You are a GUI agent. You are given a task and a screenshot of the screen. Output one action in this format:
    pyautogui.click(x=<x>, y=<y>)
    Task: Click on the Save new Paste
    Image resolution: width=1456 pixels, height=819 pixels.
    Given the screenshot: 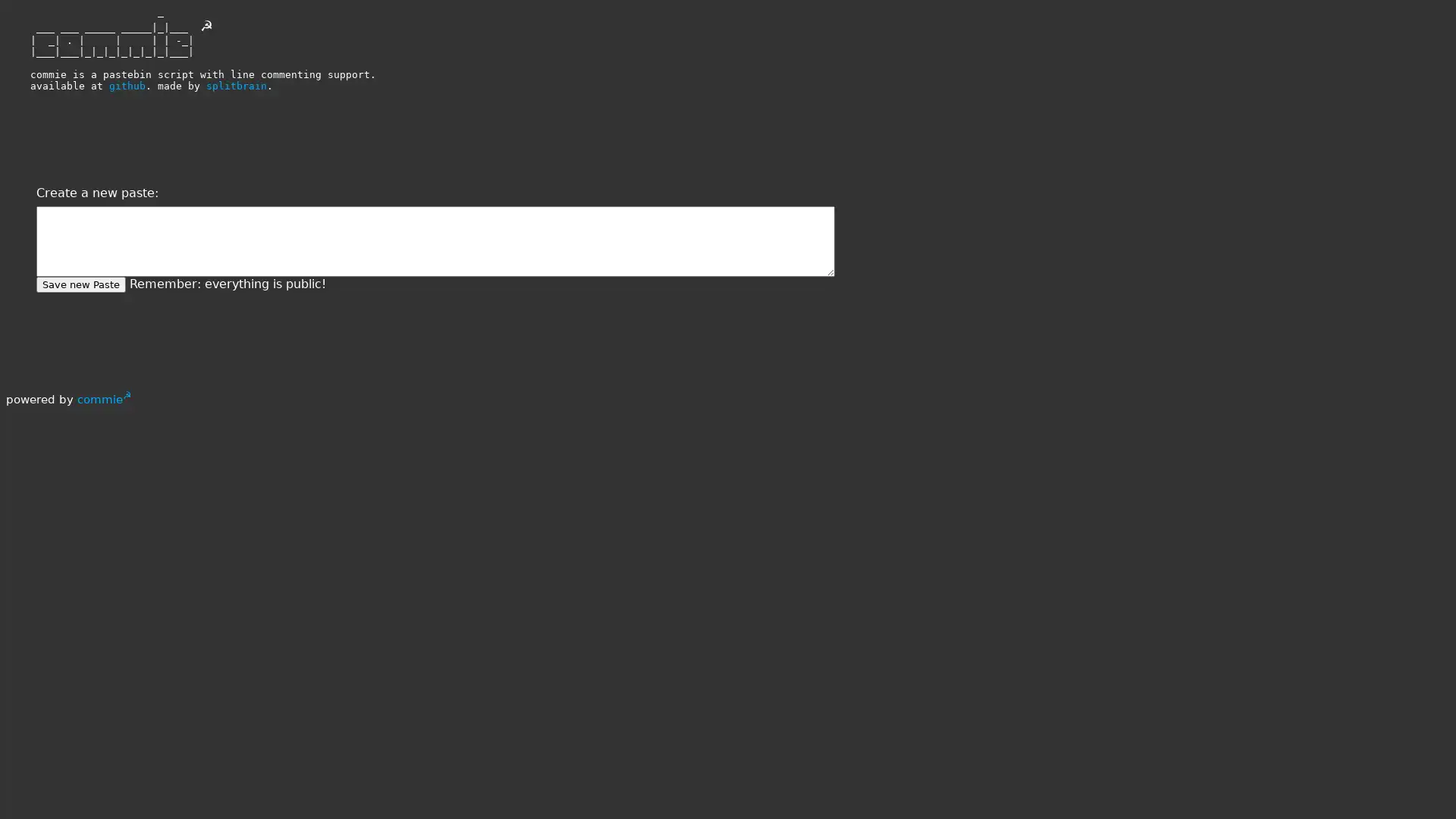 What is the action you would take?
    pyautogui.click(x=80, y=284)
    